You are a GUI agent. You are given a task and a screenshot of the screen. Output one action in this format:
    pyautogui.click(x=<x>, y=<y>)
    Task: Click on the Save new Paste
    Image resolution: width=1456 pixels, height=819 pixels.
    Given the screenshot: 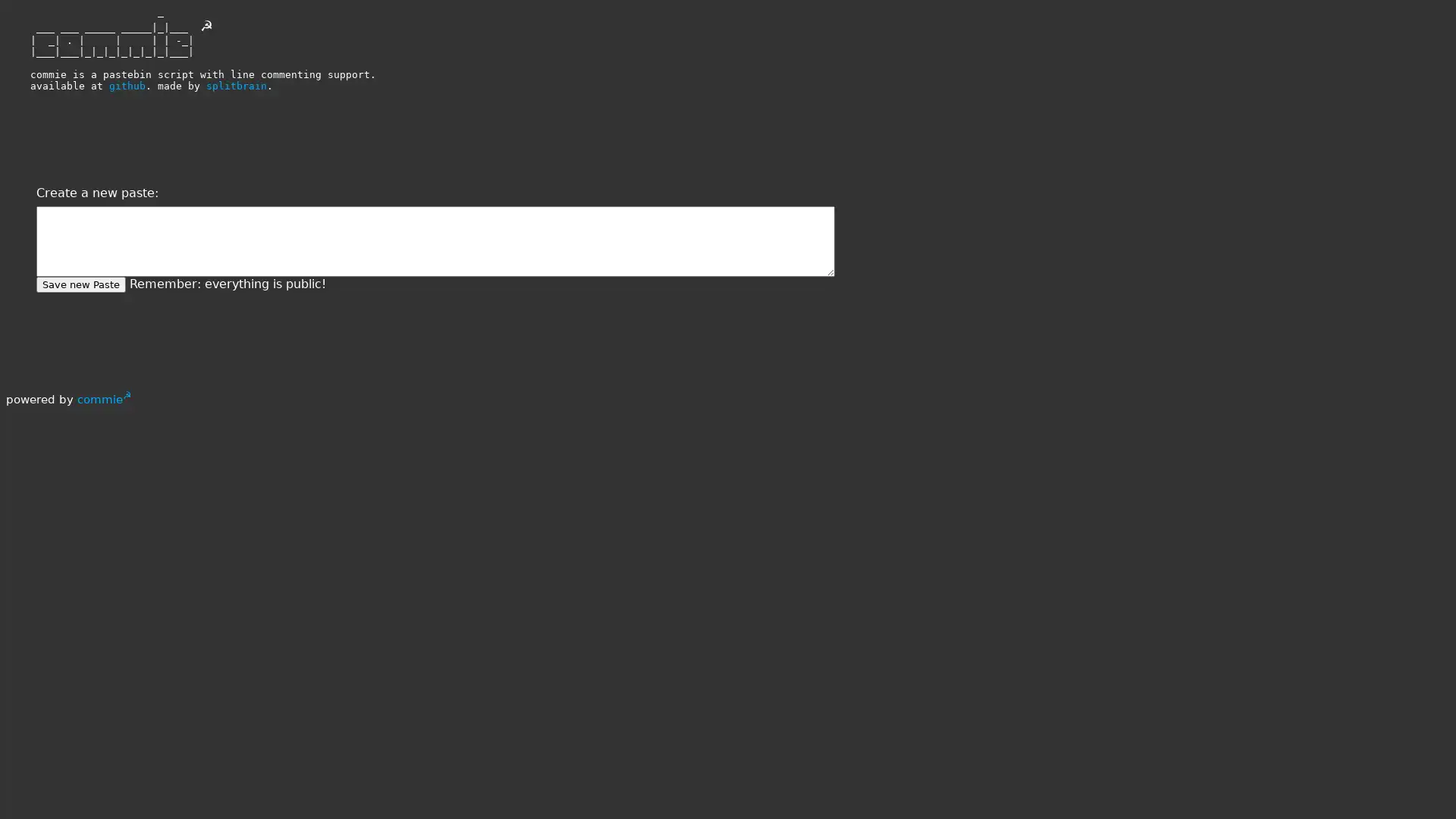 What is the action you would take?
    pyautogui.click(x=80, y=284)
    